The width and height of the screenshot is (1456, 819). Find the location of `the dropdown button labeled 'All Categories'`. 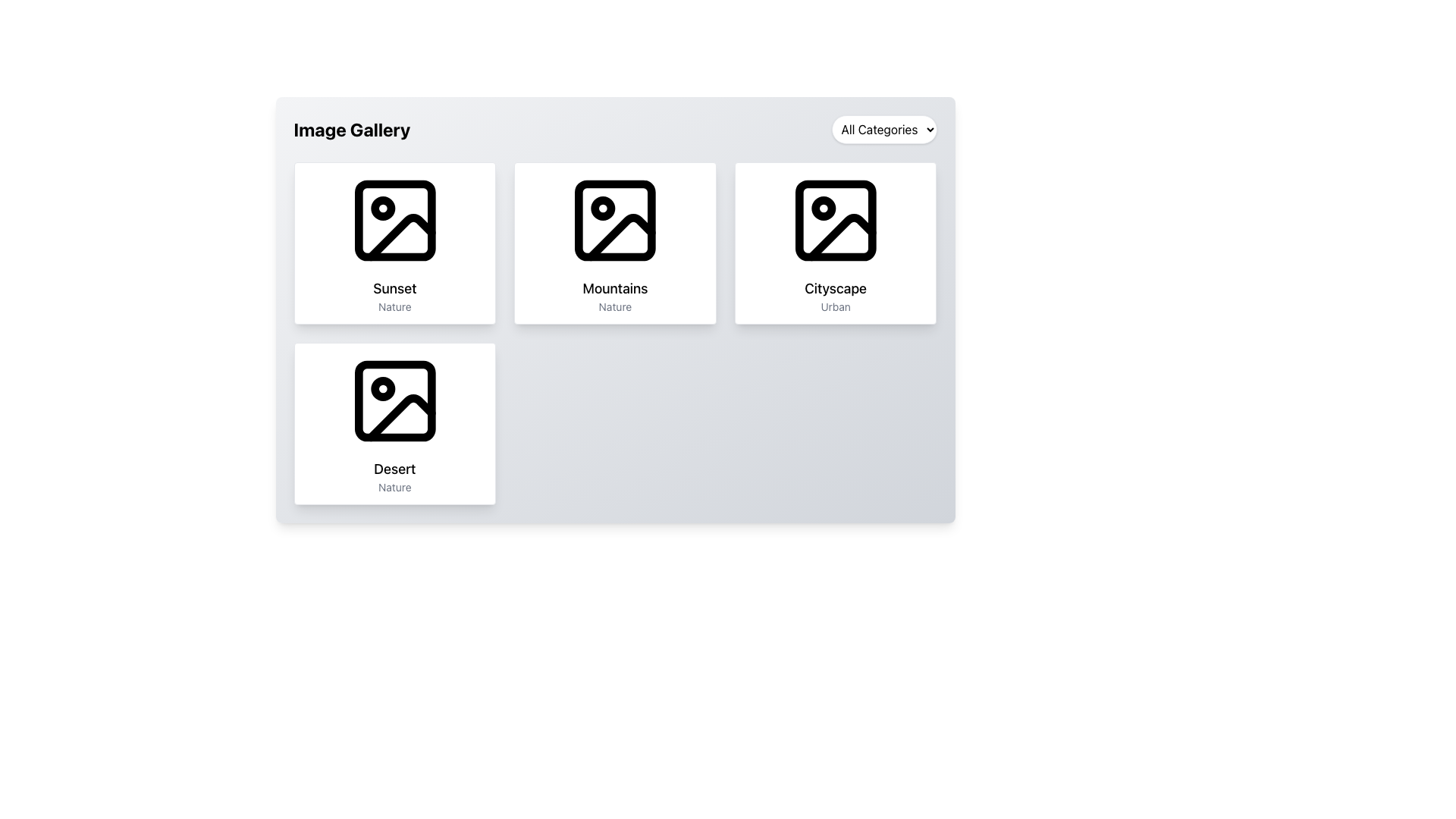

the dropdown button labeled 'All Categories' is located at coordinates (884, 128).